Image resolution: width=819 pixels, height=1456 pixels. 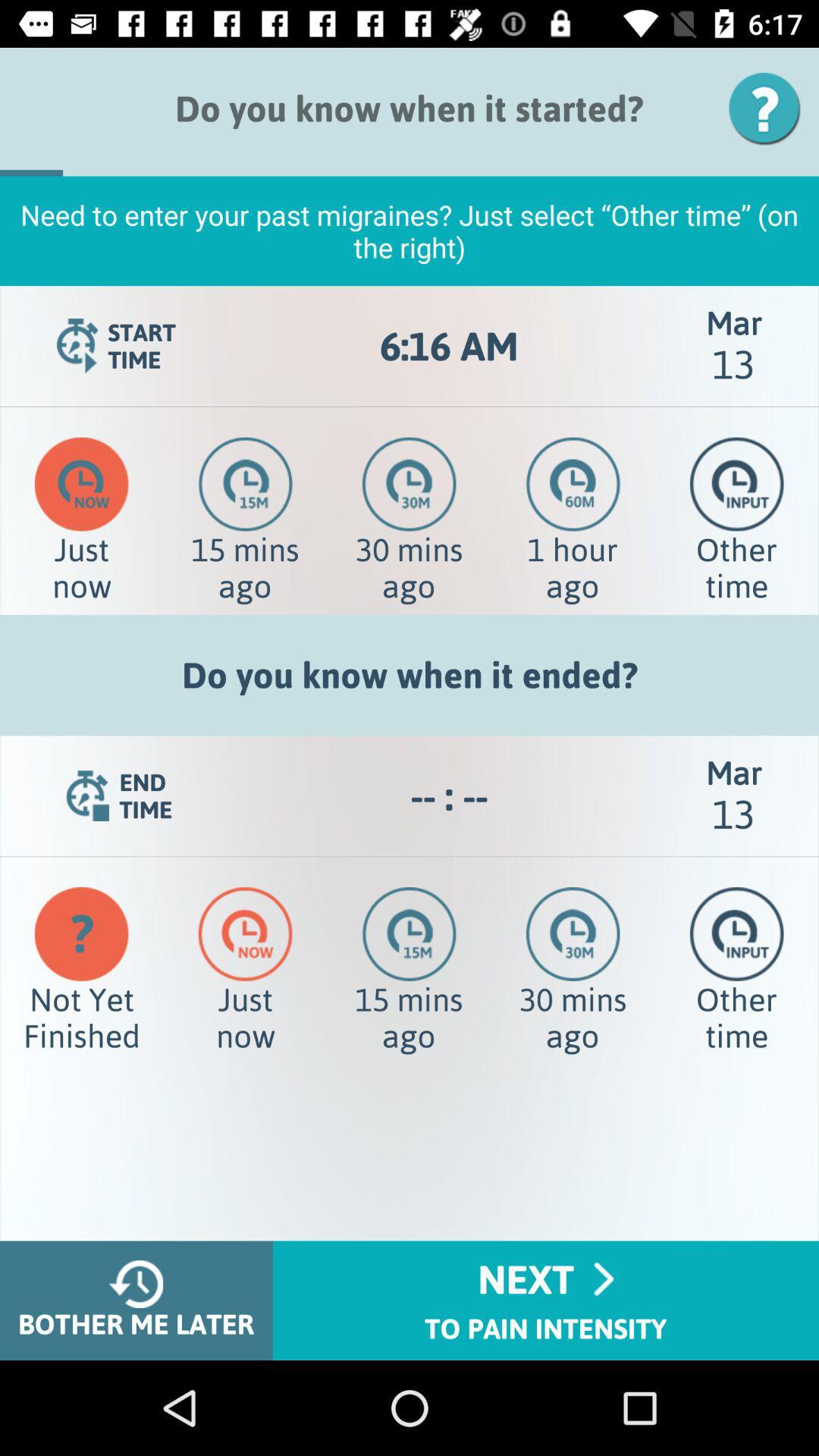 I want to click on the time icon, so click(x=81, y=483).